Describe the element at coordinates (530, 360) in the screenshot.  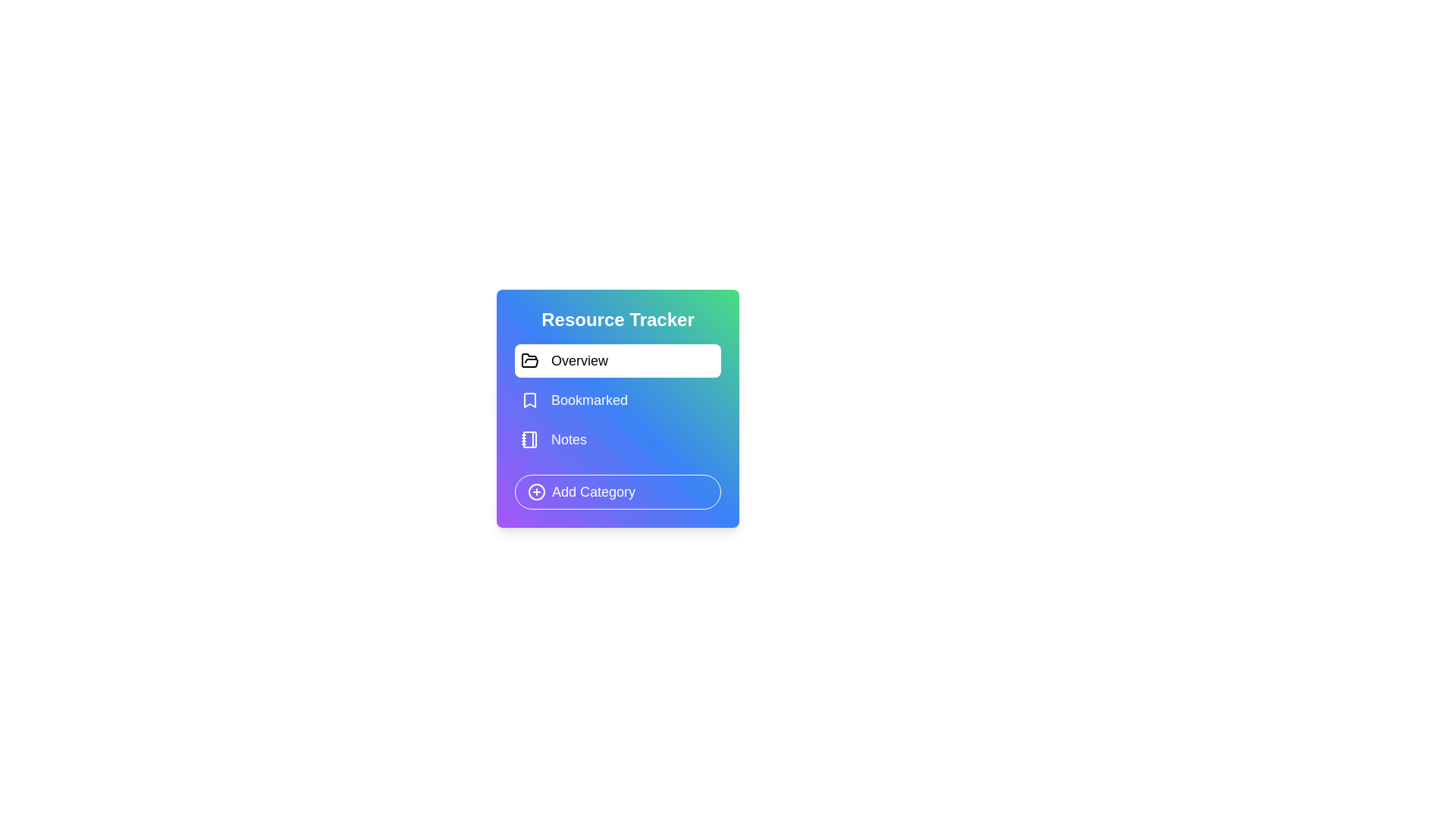
I see `the icon associated with the 'Overview' category to inspect it` at that location.